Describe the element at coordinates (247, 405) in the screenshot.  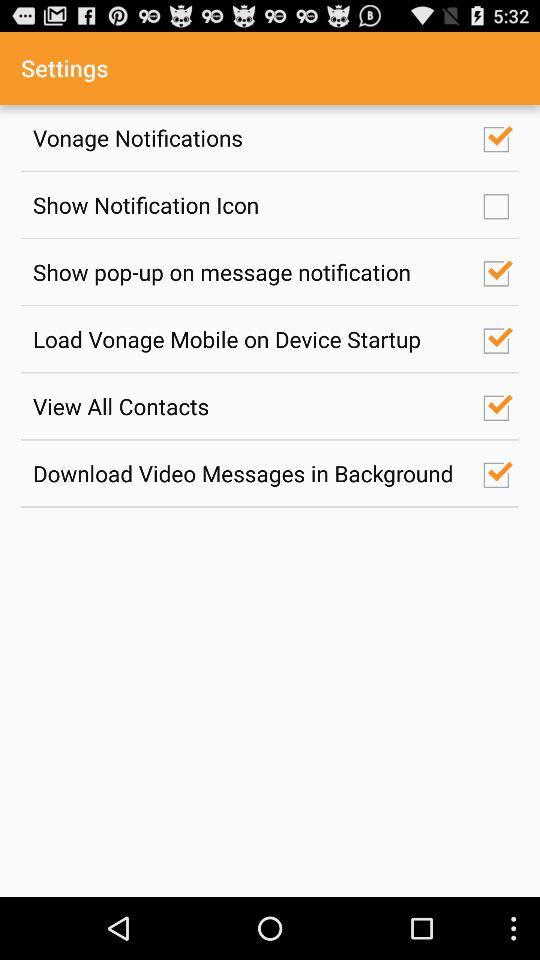
I see `the item above download video messages` at that location.